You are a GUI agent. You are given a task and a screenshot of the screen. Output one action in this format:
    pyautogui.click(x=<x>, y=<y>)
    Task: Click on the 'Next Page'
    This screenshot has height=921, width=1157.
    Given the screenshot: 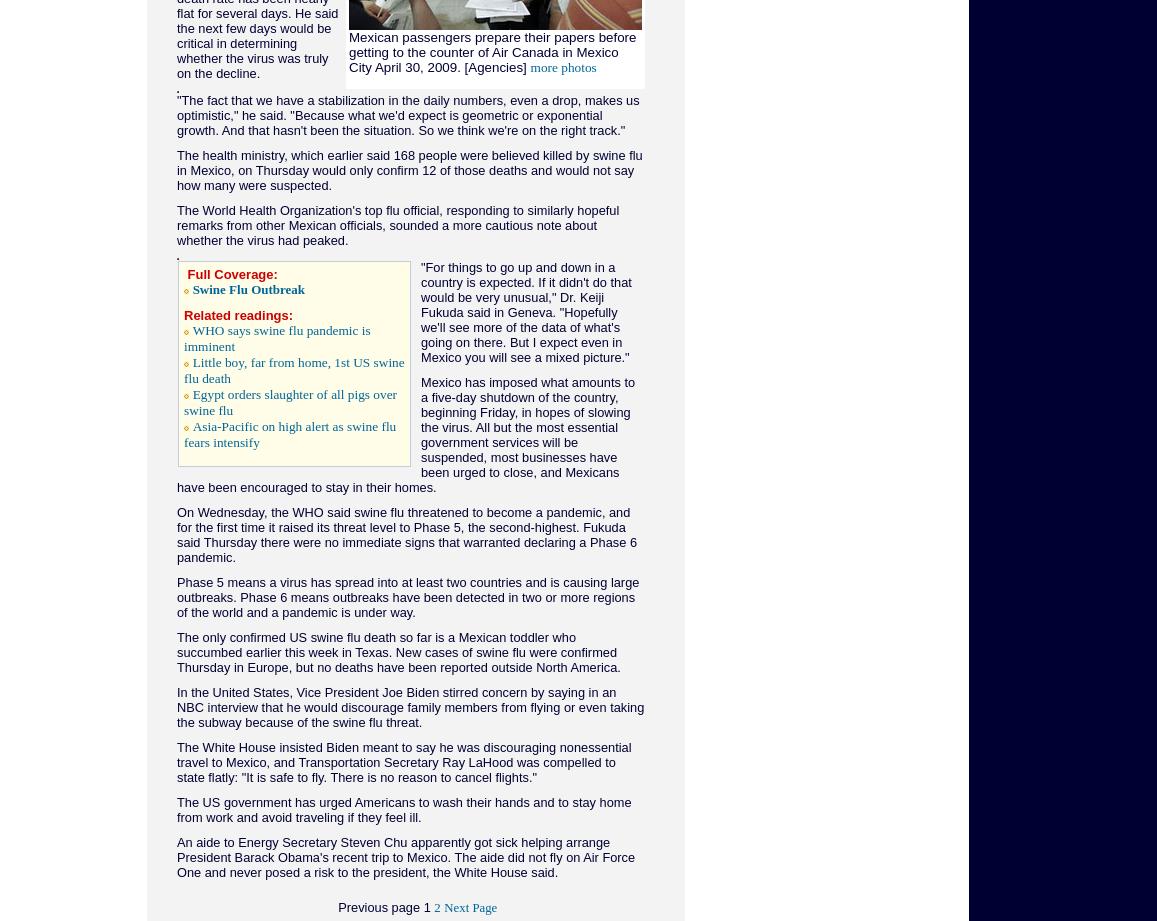 What is the action you would take?
    pyautogui.click(x=470, y=907)
    